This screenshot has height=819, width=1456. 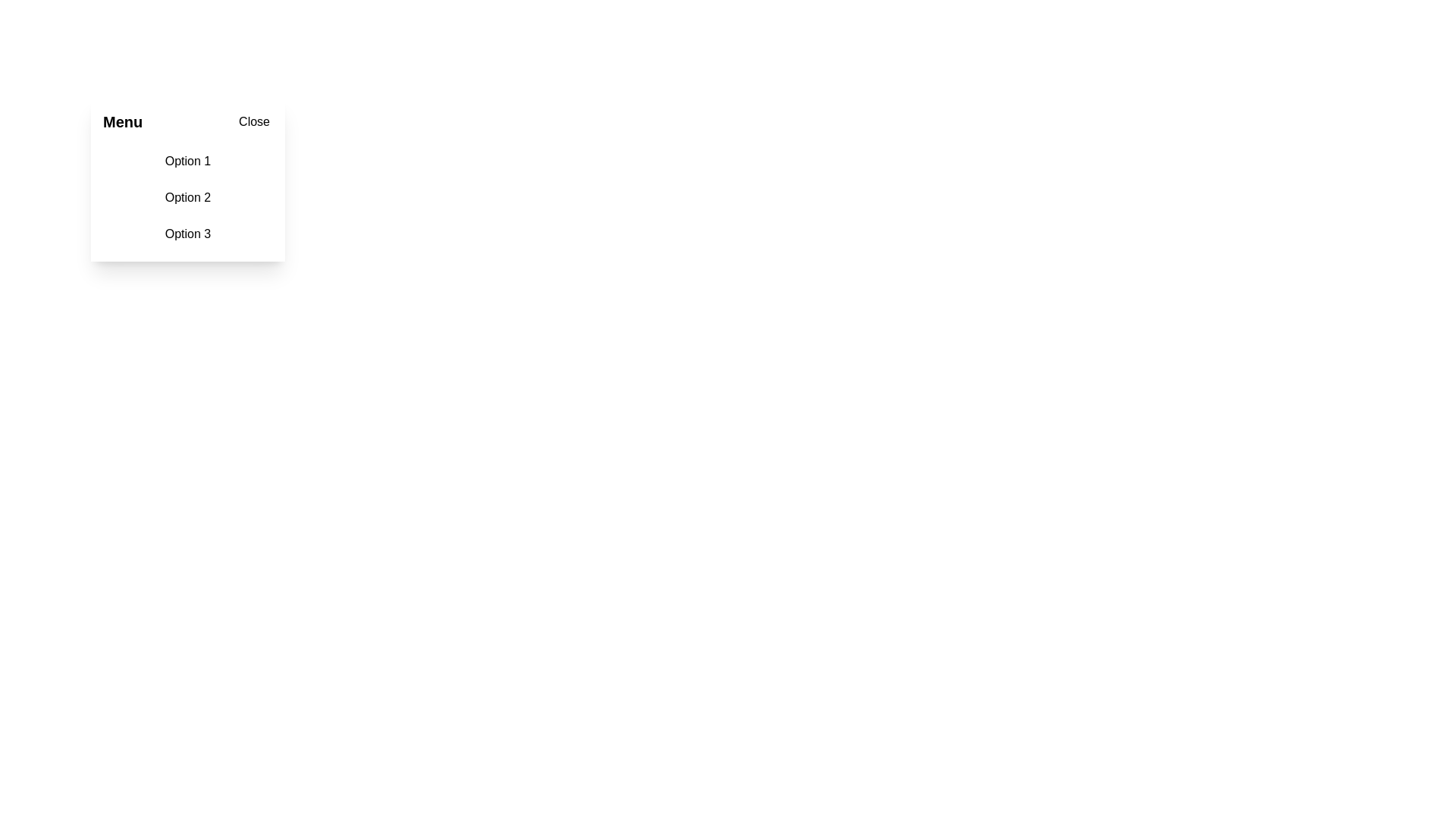 I want to click on the diagonal line of the 'Close' icon in the top-right corner, which is styled as a thin stroke with rounded edges and part of an 'X' icon, so click(x=105, y=113).